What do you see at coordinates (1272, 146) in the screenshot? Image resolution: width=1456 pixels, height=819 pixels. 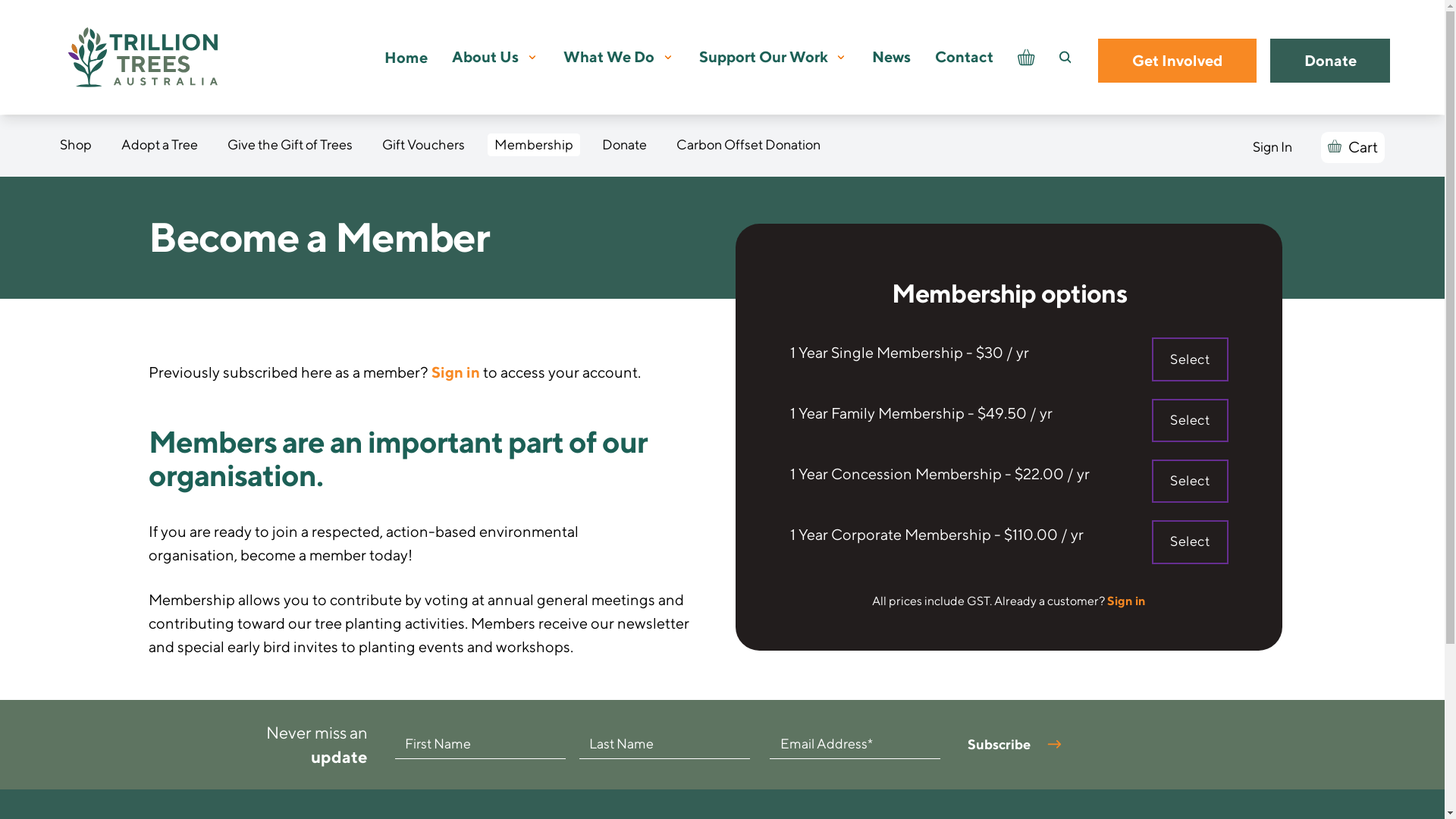 I see `'Sign In'` at bounding box center [1272, 146].